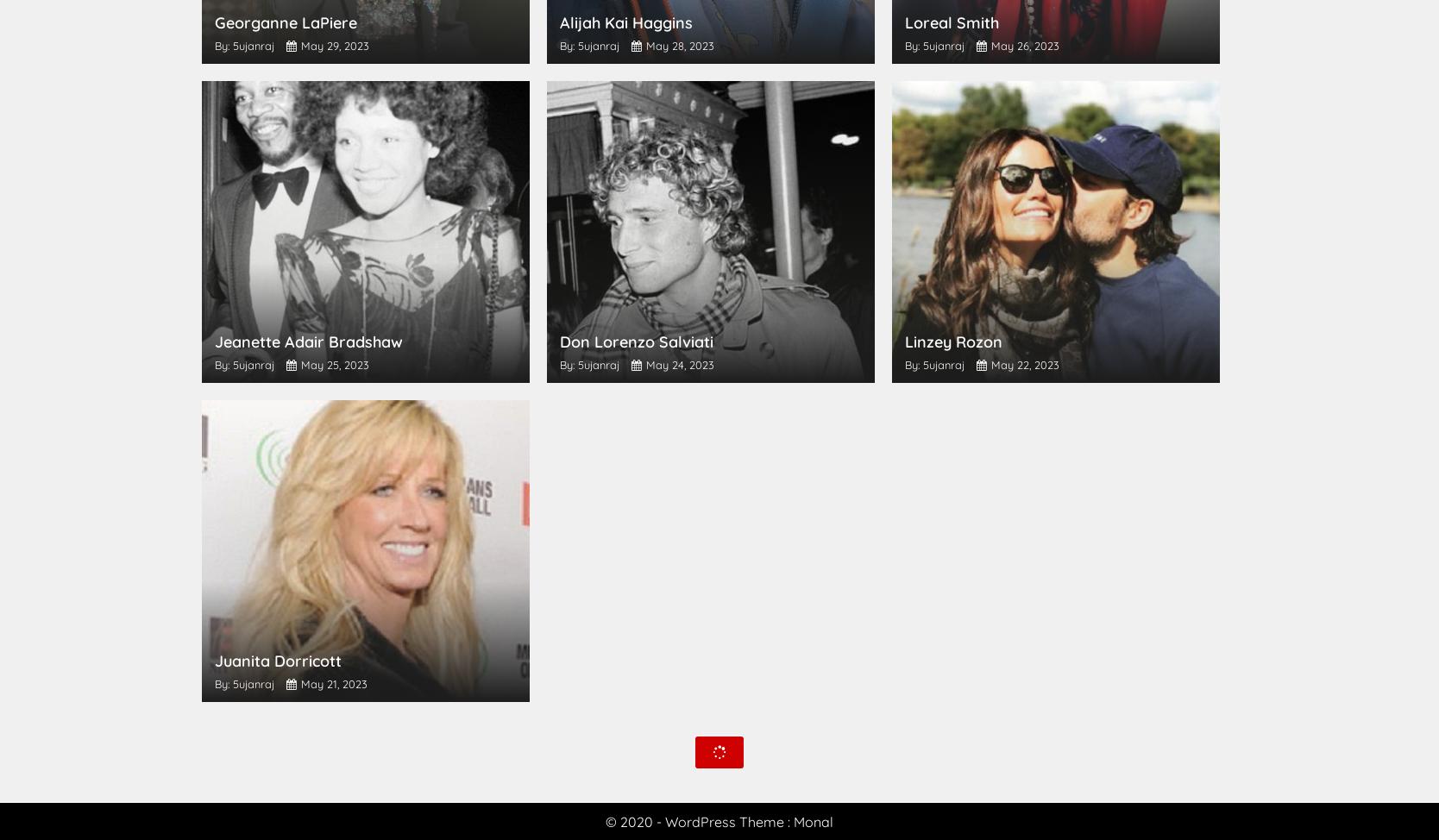  What do you see at coordinates (286, 22) in the screenshot?
I see `'Georganne LaPiere'` at bounding box center [286, 22].